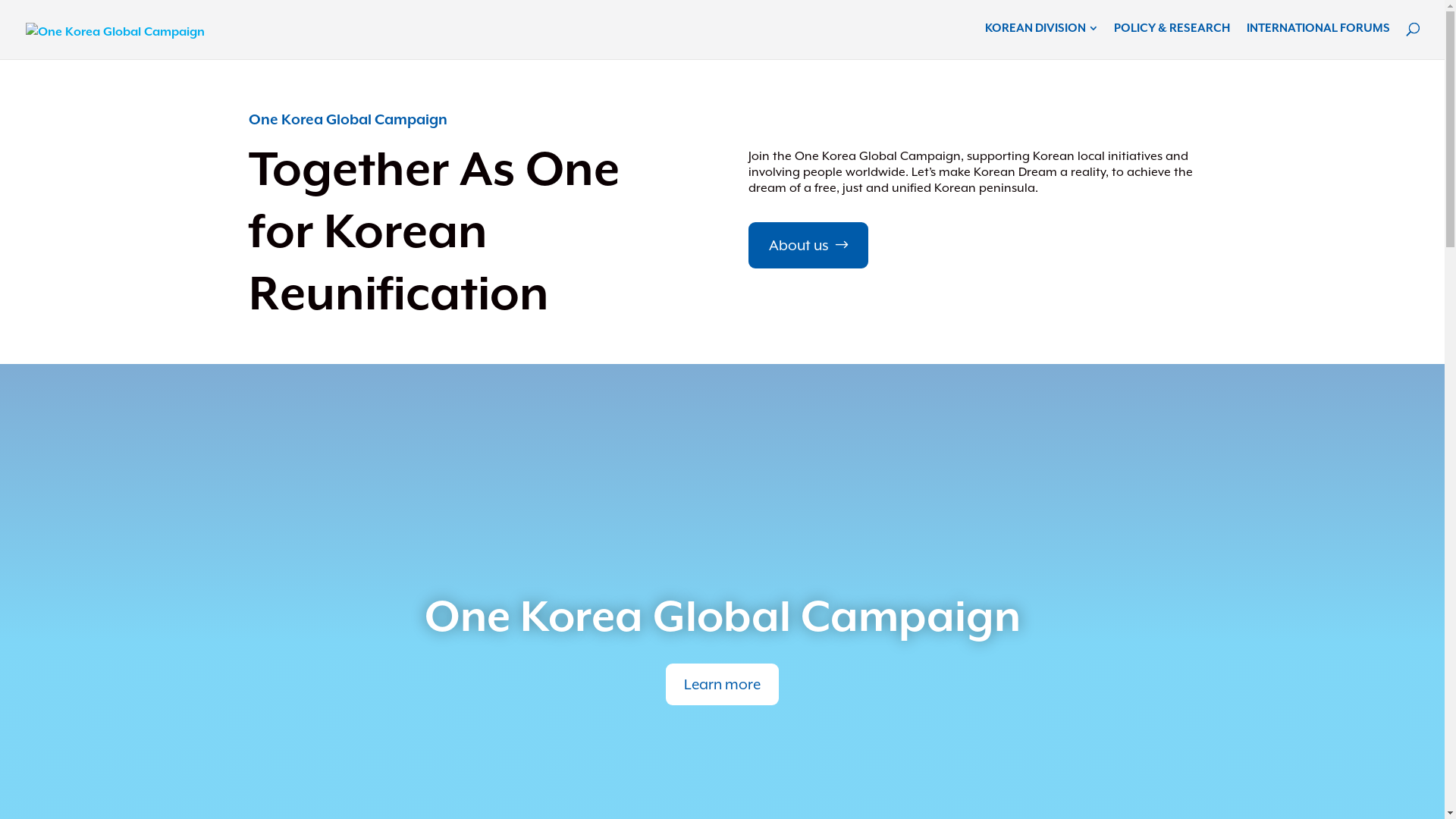 Image resolution: width=1456 pixels, height=819 pixels. Describe the element at coordinates (1171, 29) in the screenshot. I see `'POLICY & RESEARCH'` at that location.